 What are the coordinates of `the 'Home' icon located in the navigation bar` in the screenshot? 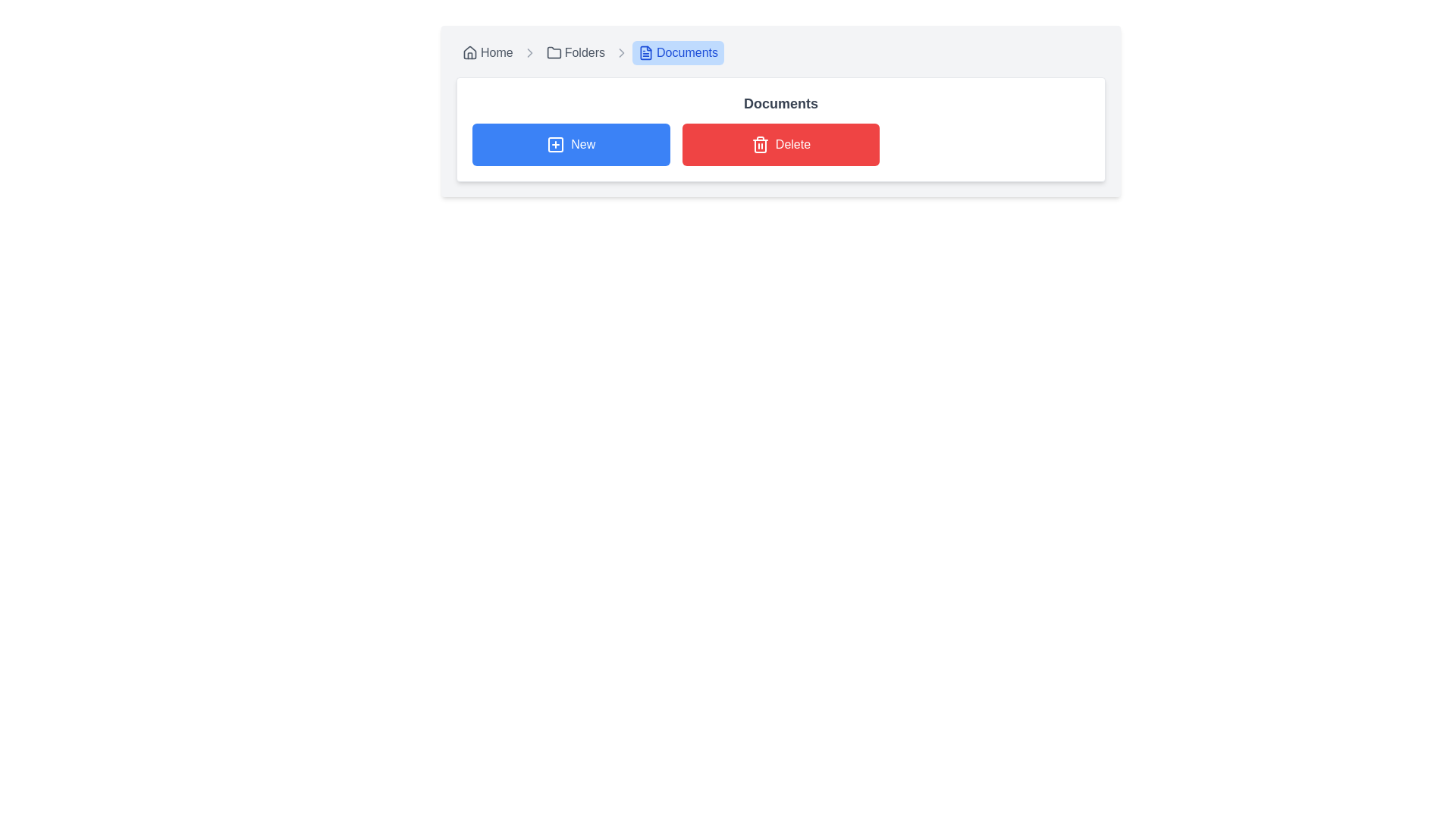 It's located at (469, 52).